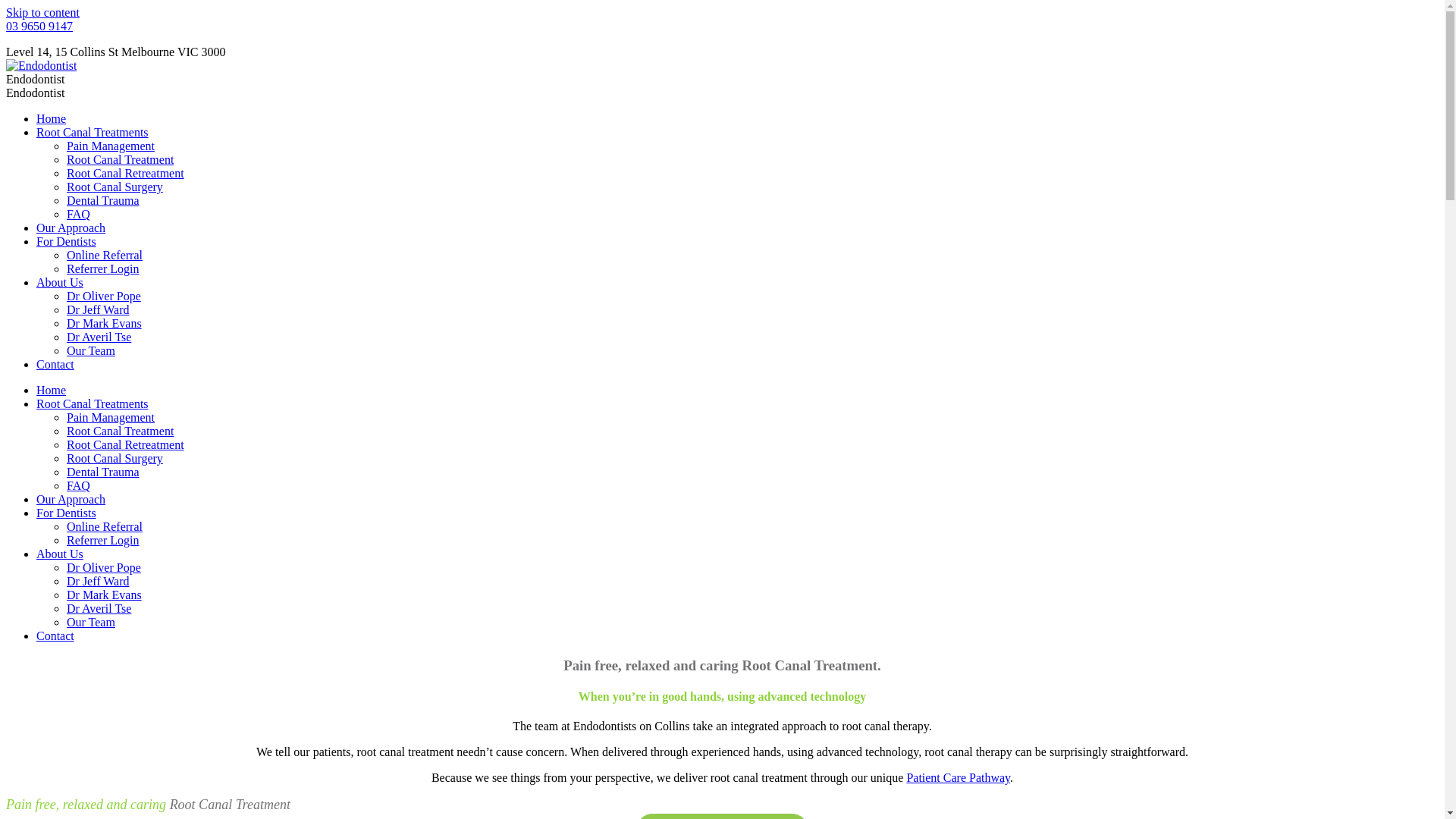  What do you see at coordinates (70, 227) in the screenshot?
I see `'Our Approach'` at bounding box center [70, 227].